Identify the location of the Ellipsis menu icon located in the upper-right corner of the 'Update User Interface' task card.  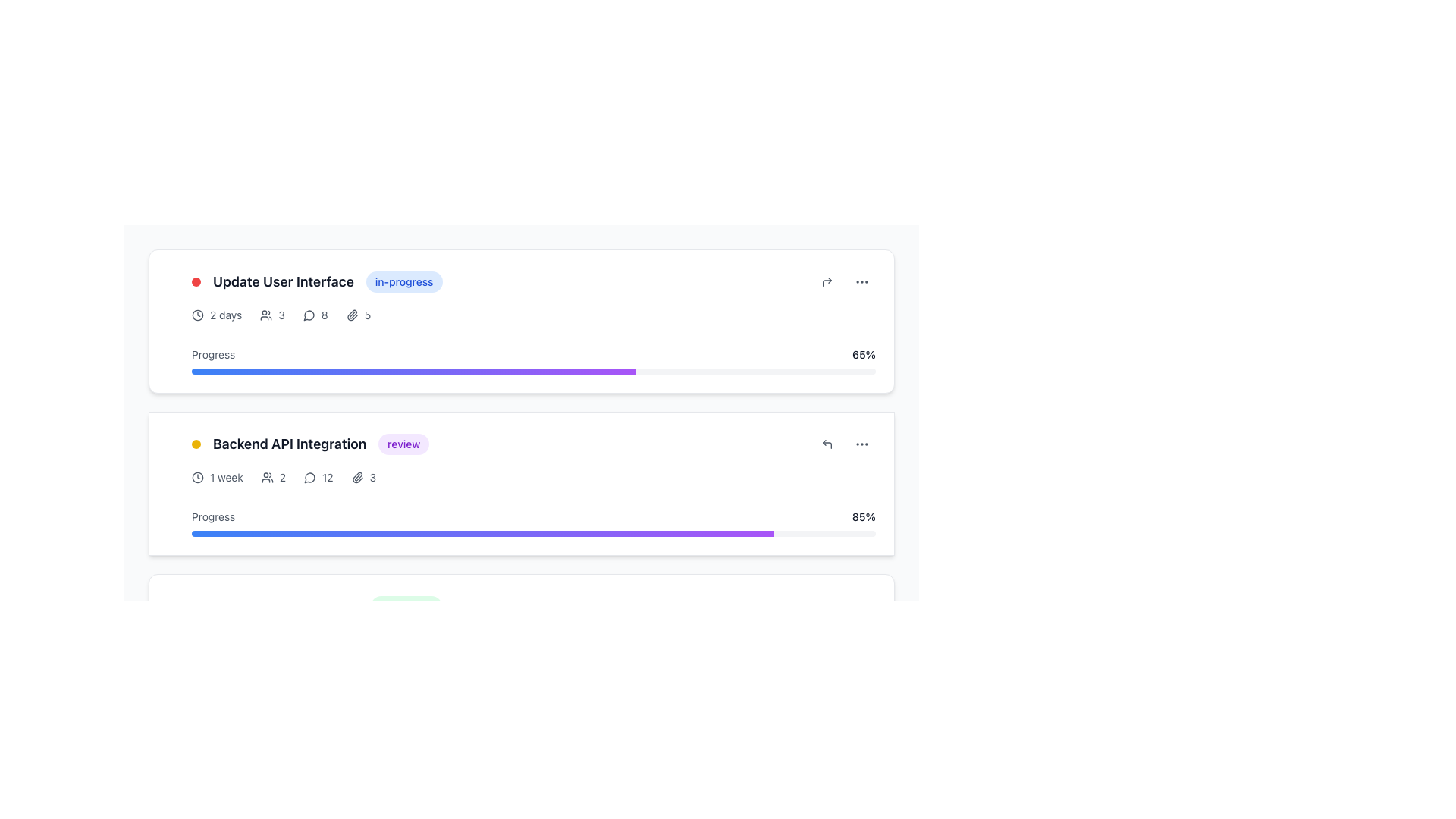
(862, 281).